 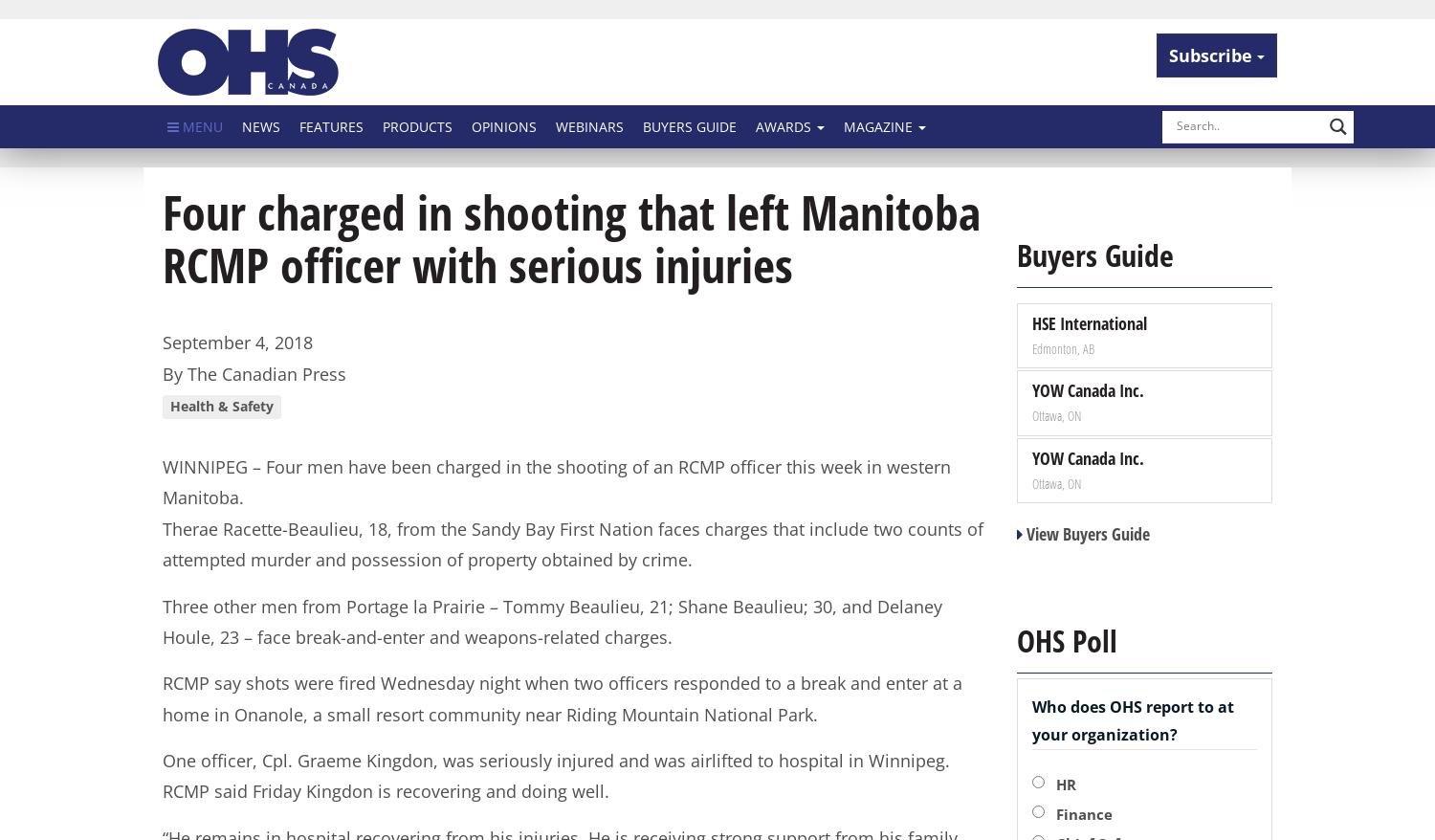 What do you see at coordinates (1064, 782) in the screenshot?
I see `'HR'` at bounding box center [1064, 782].